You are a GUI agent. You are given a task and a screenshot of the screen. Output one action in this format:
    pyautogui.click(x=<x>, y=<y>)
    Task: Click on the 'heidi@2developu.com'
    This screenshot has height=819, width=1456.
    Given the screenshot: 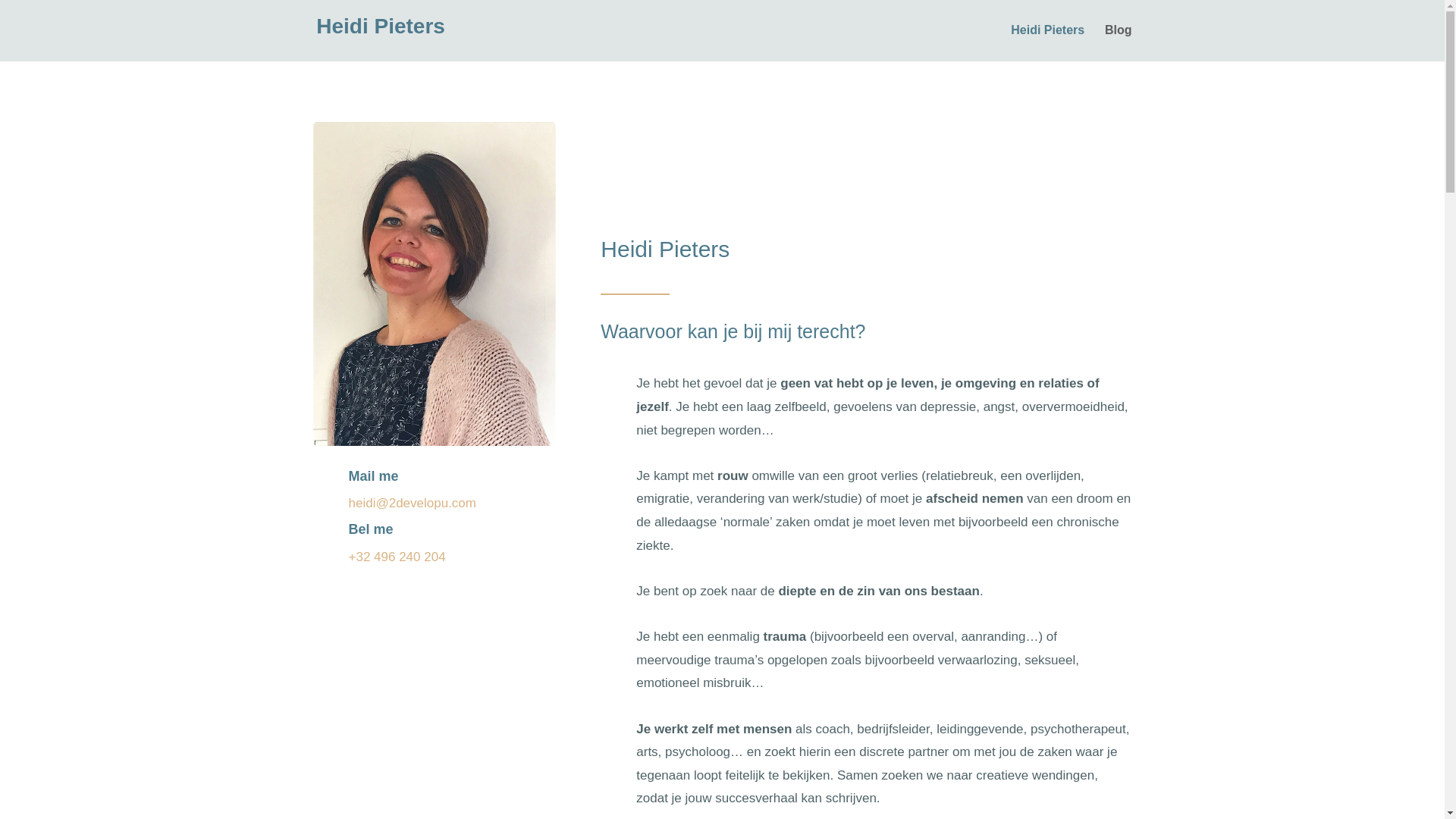 What is the action you would take?
    pyautogui.click(x=412, y=503)
    